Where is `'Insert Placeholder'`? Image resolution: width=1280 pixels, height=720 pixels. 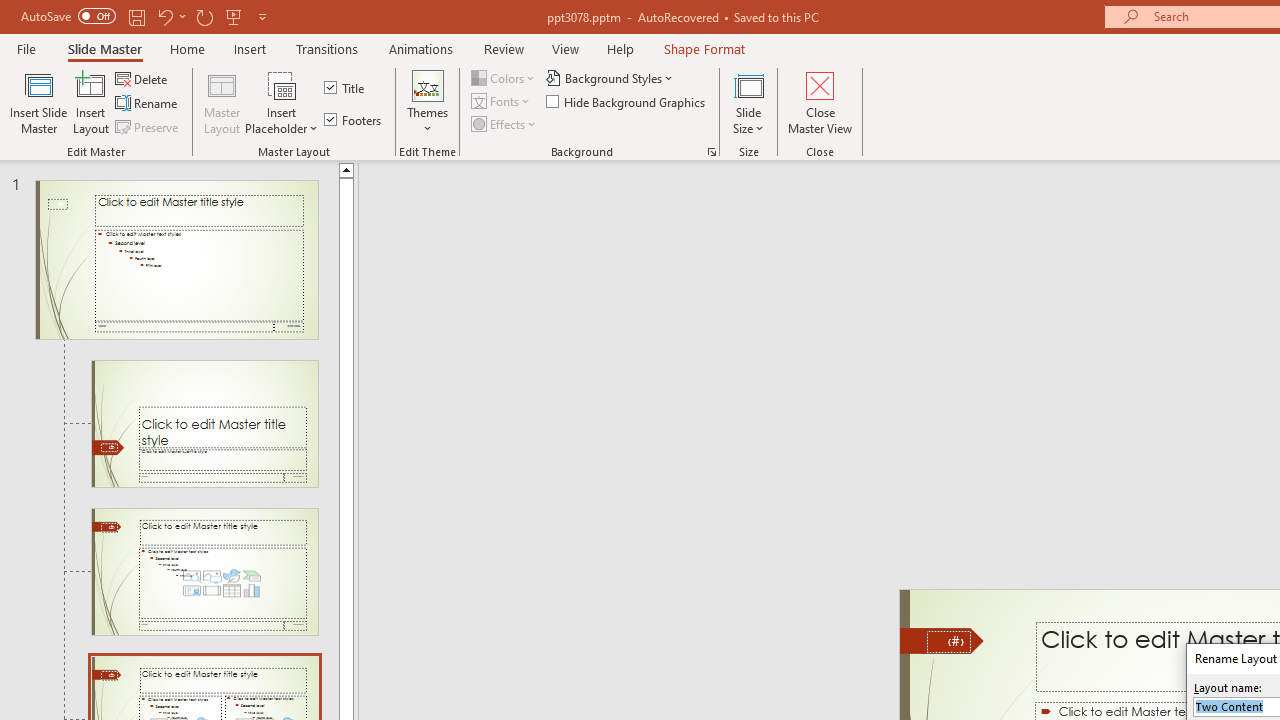
'Insert Placeholder' is located at coordinates (281, 103).